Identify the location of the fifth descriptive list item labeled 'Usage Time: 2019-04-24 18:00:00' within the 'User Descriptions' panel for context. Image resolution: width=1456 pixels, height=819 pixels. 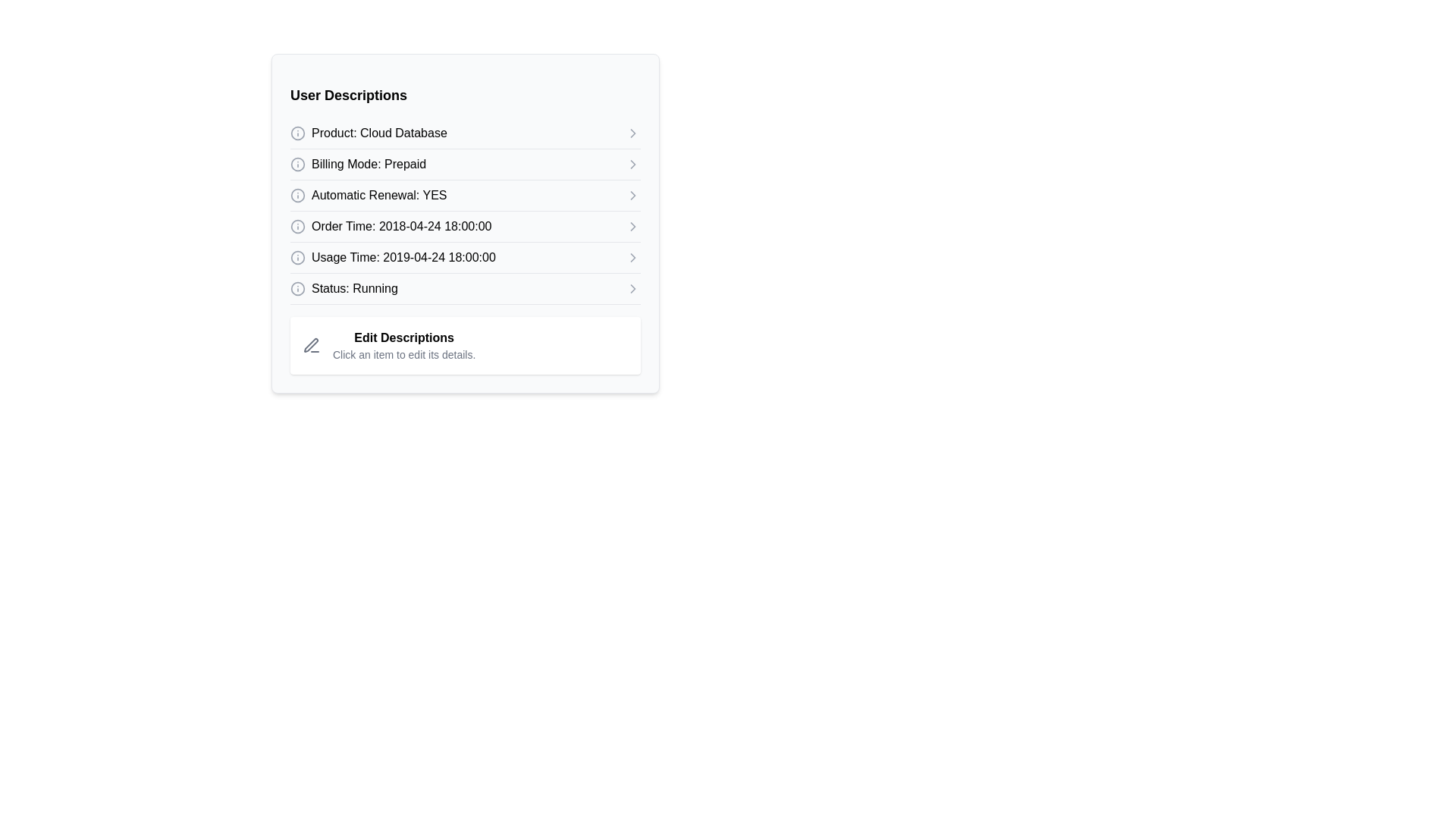
(393, 256).